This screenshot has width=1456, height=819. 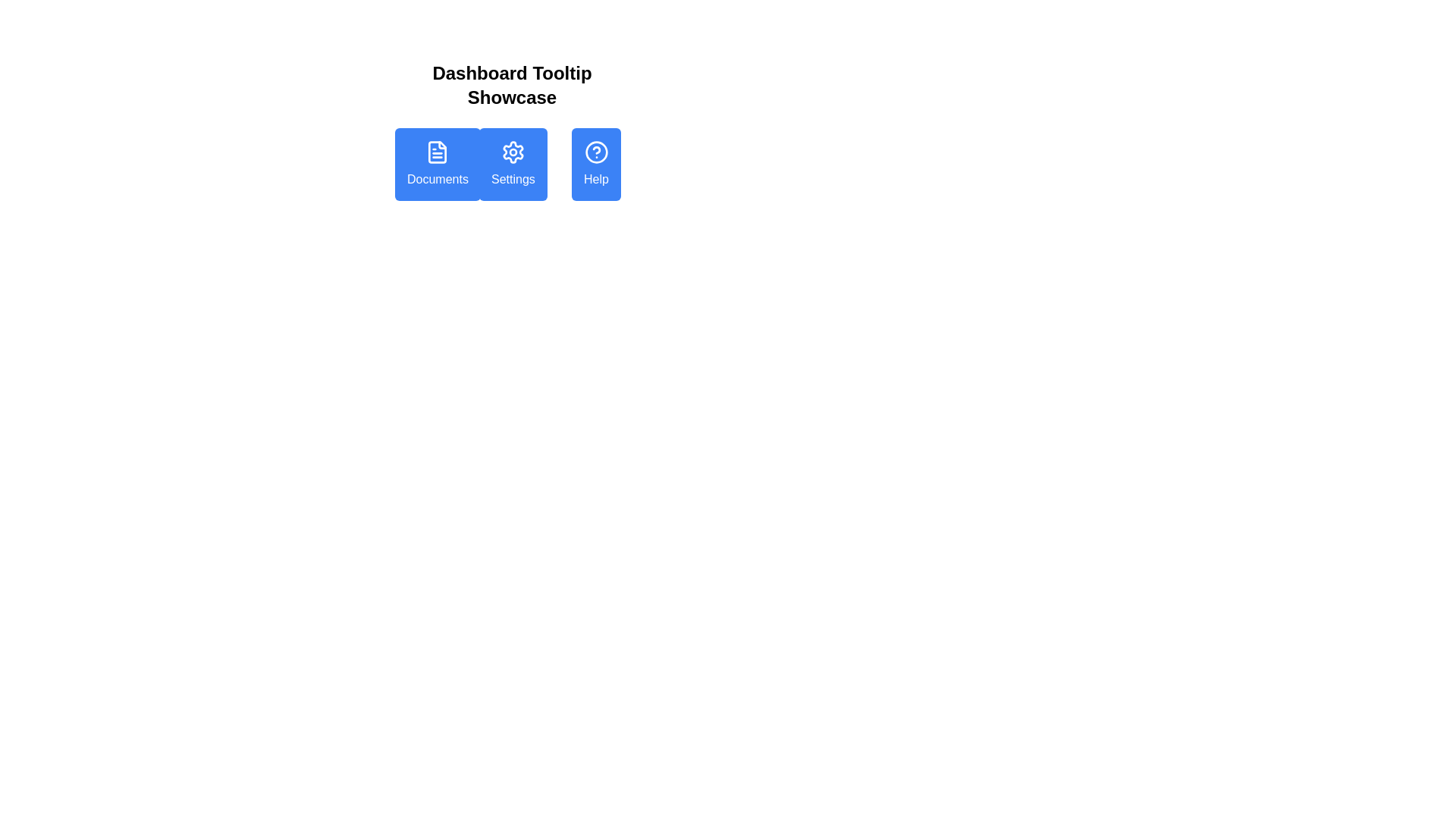 What do you see at coordinates (512, 85) in the screenshot?
I see `the bold heading 'Dashboard Tooltip Showcase' located at the top-center of the interface` at bounding box center [512, 85].